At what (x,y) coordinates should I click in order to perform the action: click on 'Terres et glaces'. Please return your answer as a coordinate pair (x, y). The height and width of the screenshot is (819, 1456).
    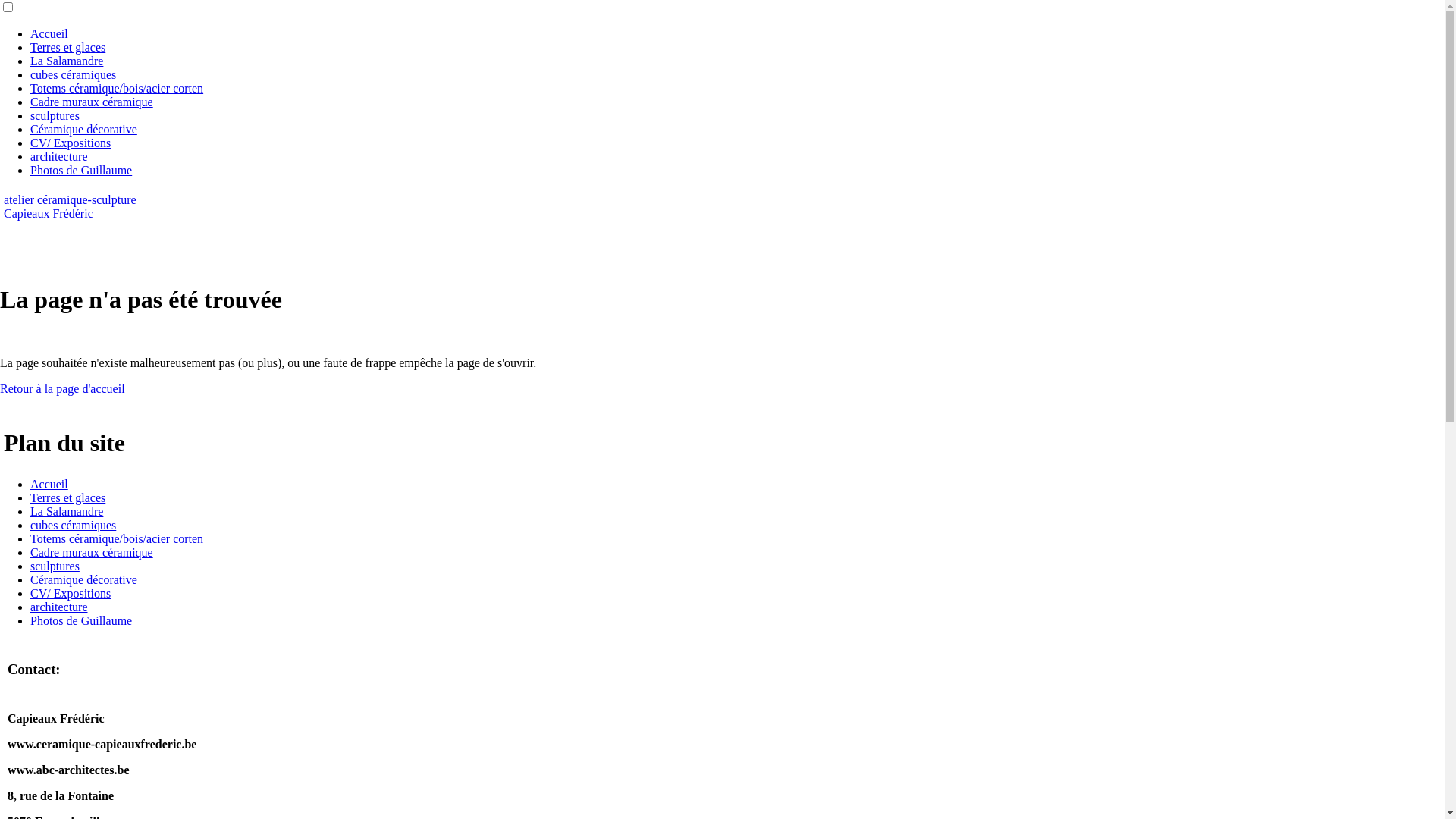
    Looking at the image, I should click on (67, 46).